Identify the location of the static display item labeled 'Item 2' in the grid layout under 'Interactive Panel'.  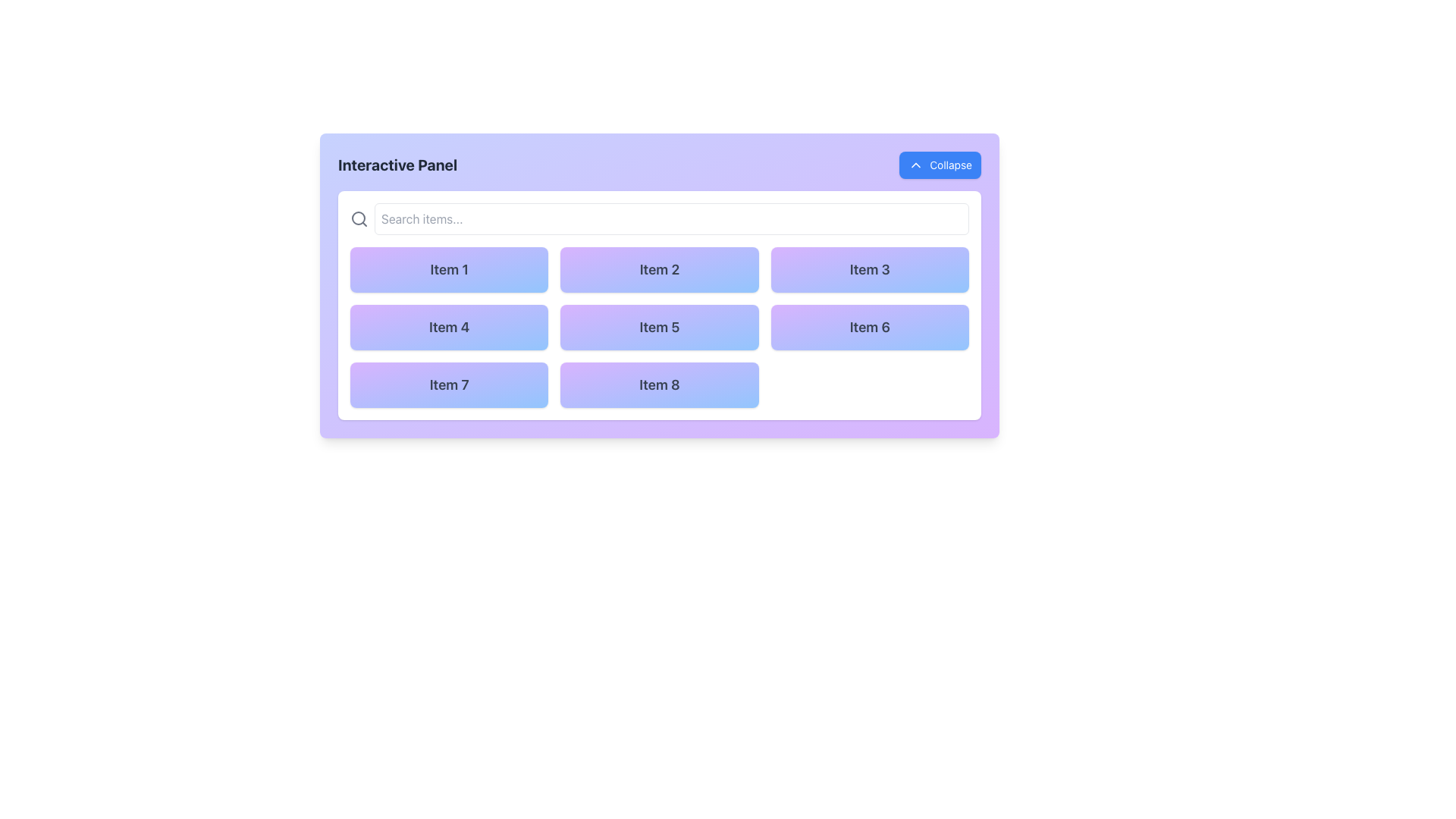
(659, 268).